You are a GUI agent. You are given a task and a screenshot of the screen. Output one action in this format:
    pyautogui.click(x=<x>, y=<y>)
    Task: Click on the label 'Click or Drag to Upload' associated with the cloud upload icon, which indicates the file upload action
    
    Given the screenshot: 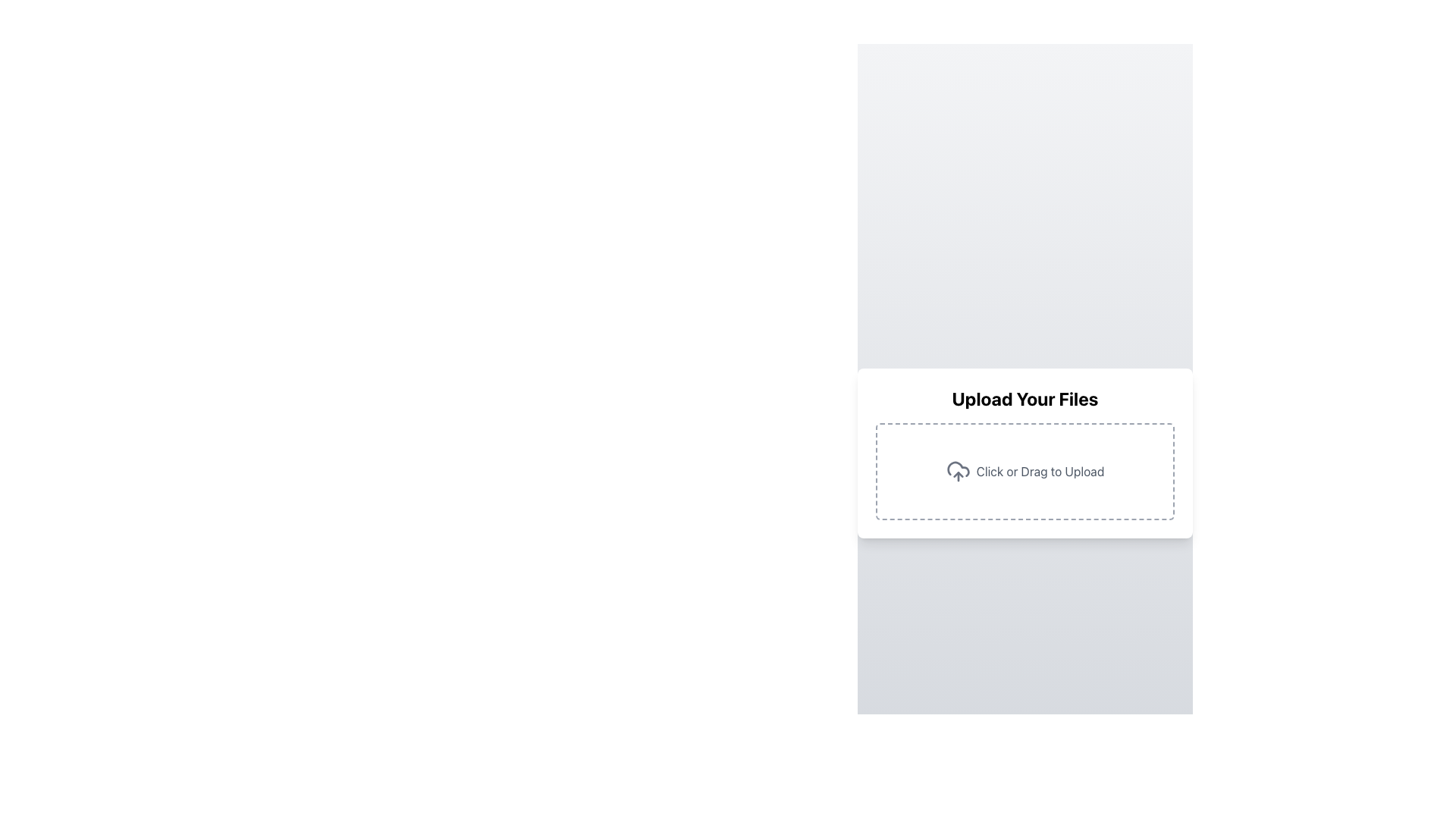 What is the action you would take?
    pyautogui.click(x=957, y=470)
    